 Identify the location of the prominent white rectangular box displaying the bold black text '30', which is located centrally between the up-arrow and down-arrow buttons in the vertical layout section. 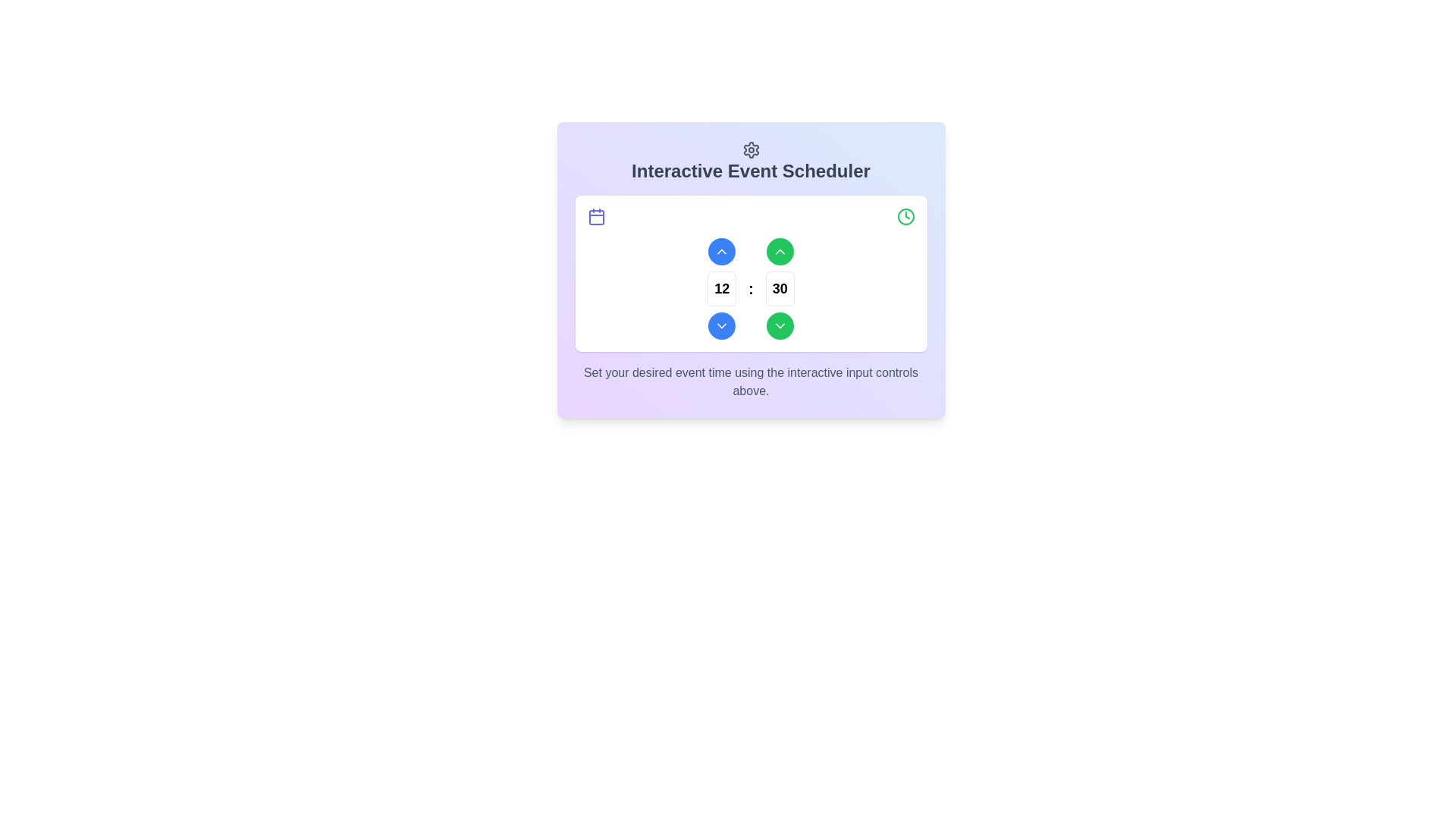
(780, 288).